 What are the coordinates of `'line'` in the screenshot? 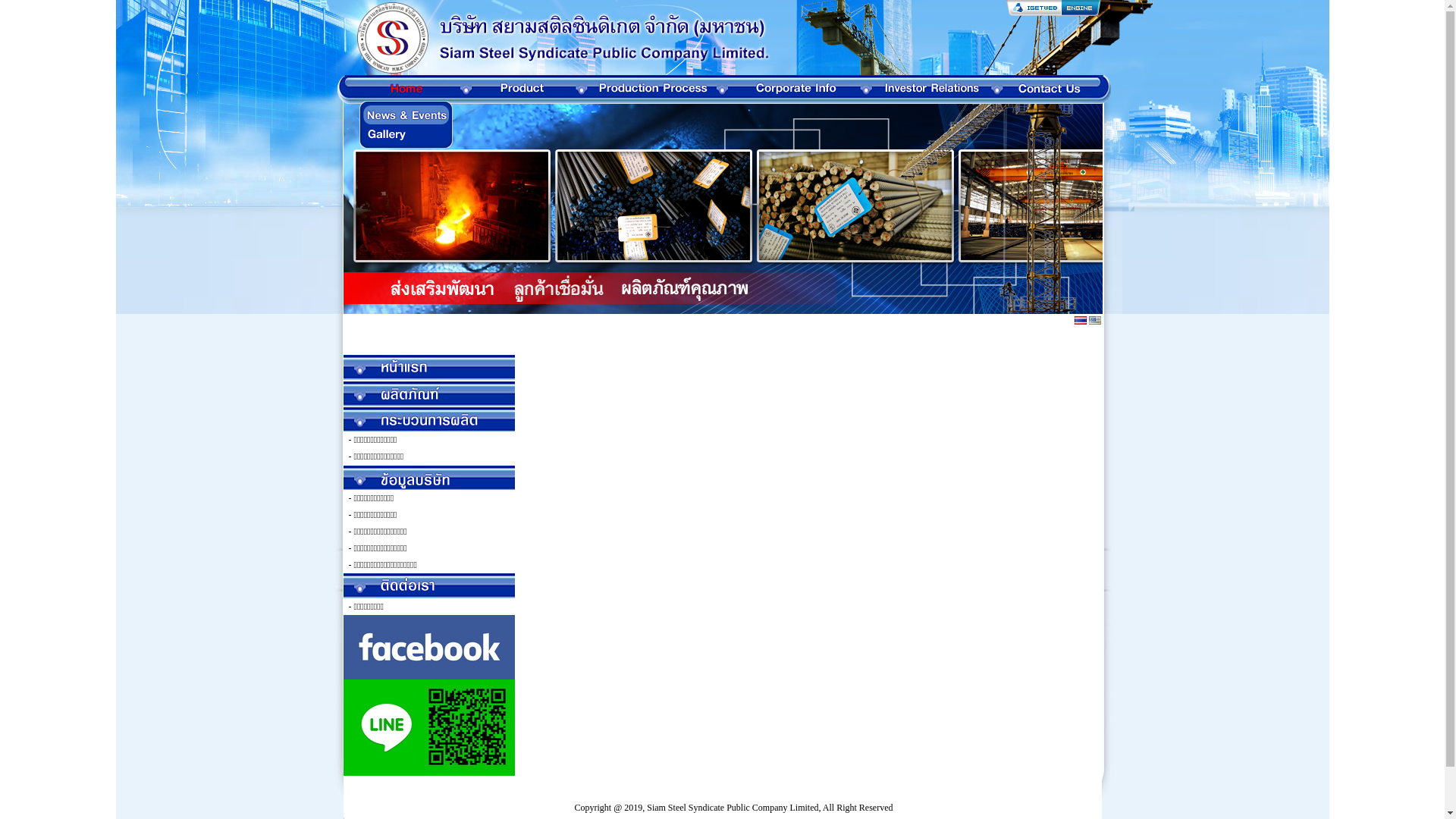 It's located at (428, 726).